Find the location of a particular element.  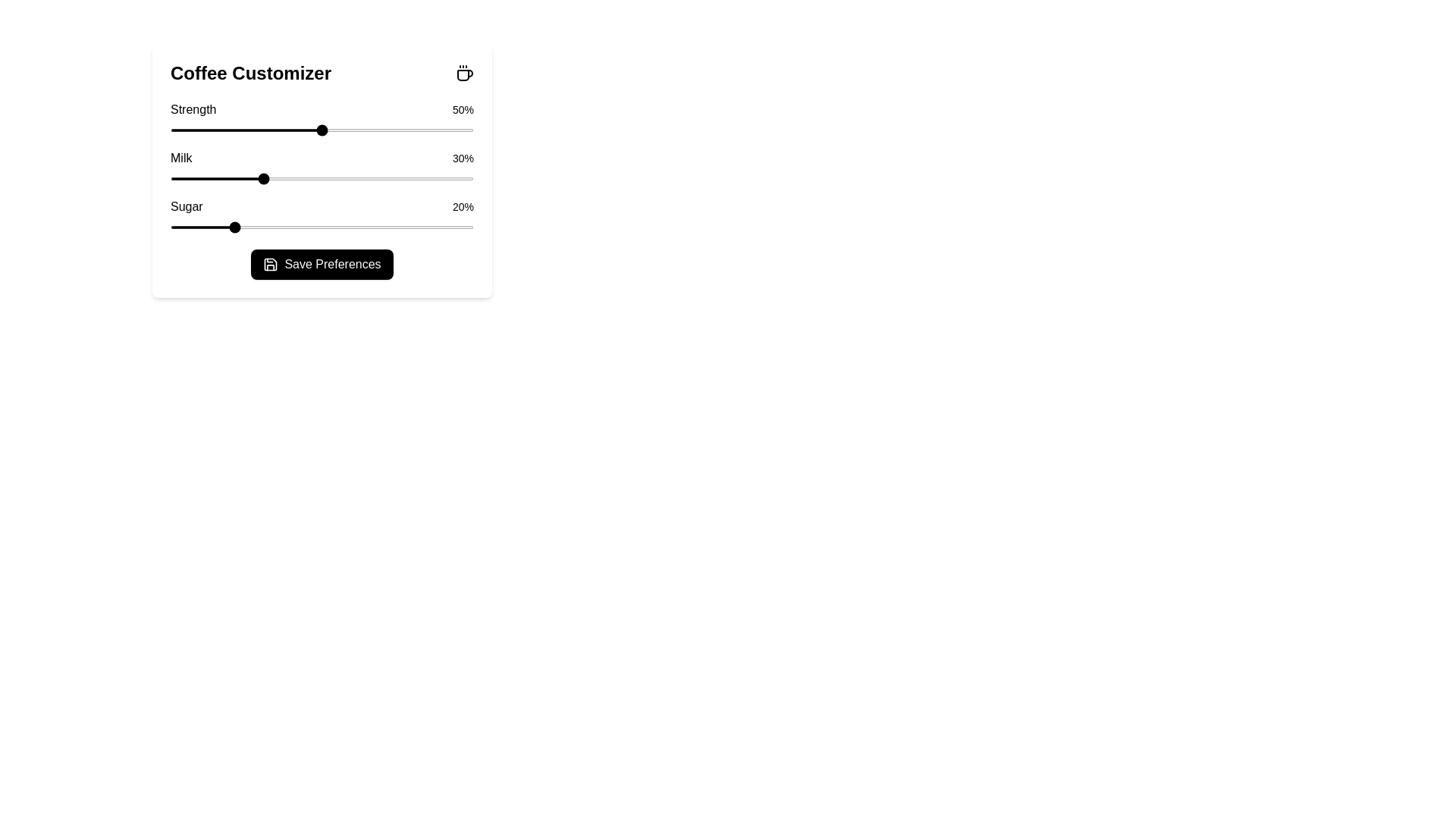

the strength slider is located at coordinates (348, 130).